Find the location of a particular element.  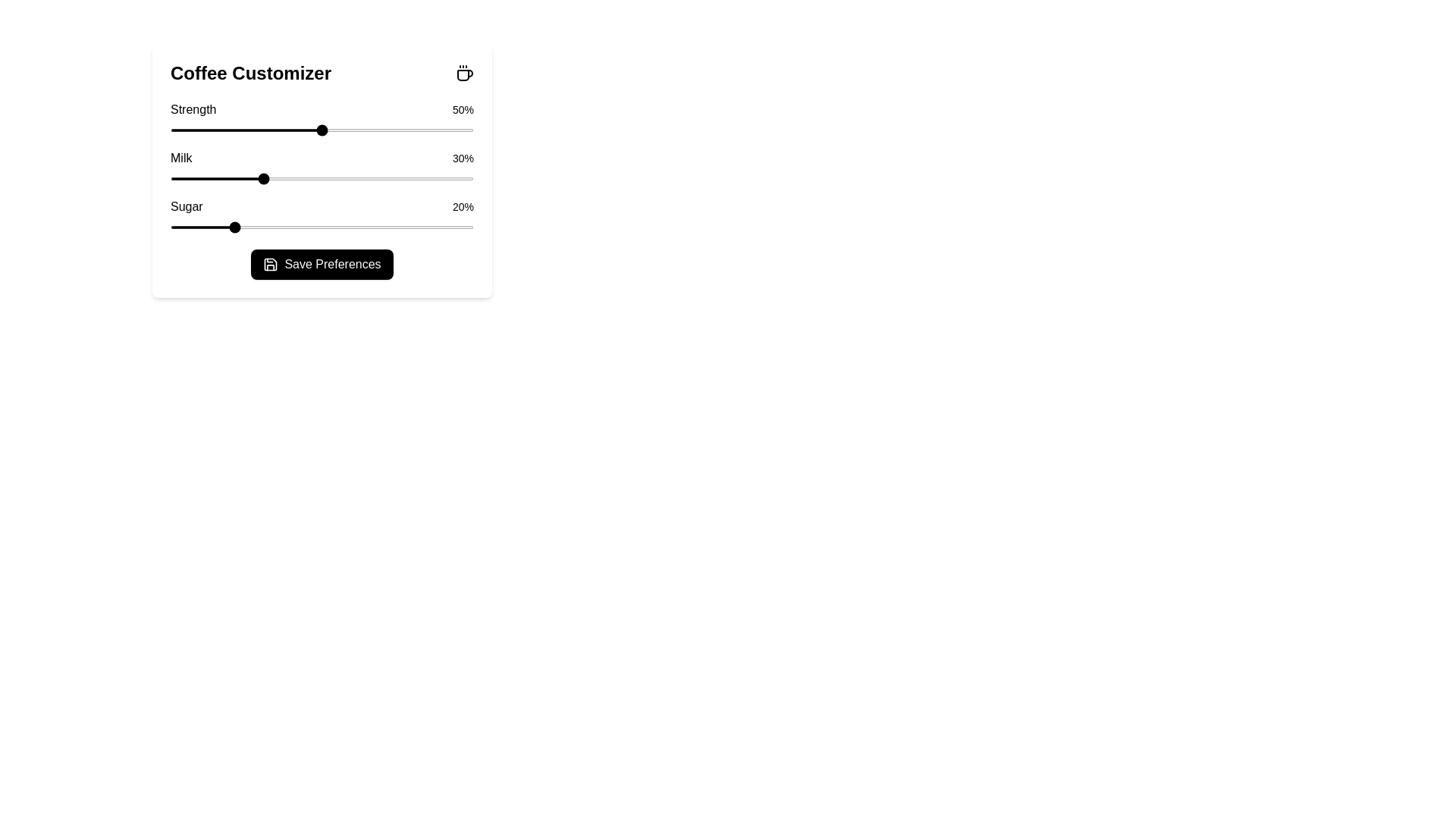

the strength slider is located at coordinates (348, 130).